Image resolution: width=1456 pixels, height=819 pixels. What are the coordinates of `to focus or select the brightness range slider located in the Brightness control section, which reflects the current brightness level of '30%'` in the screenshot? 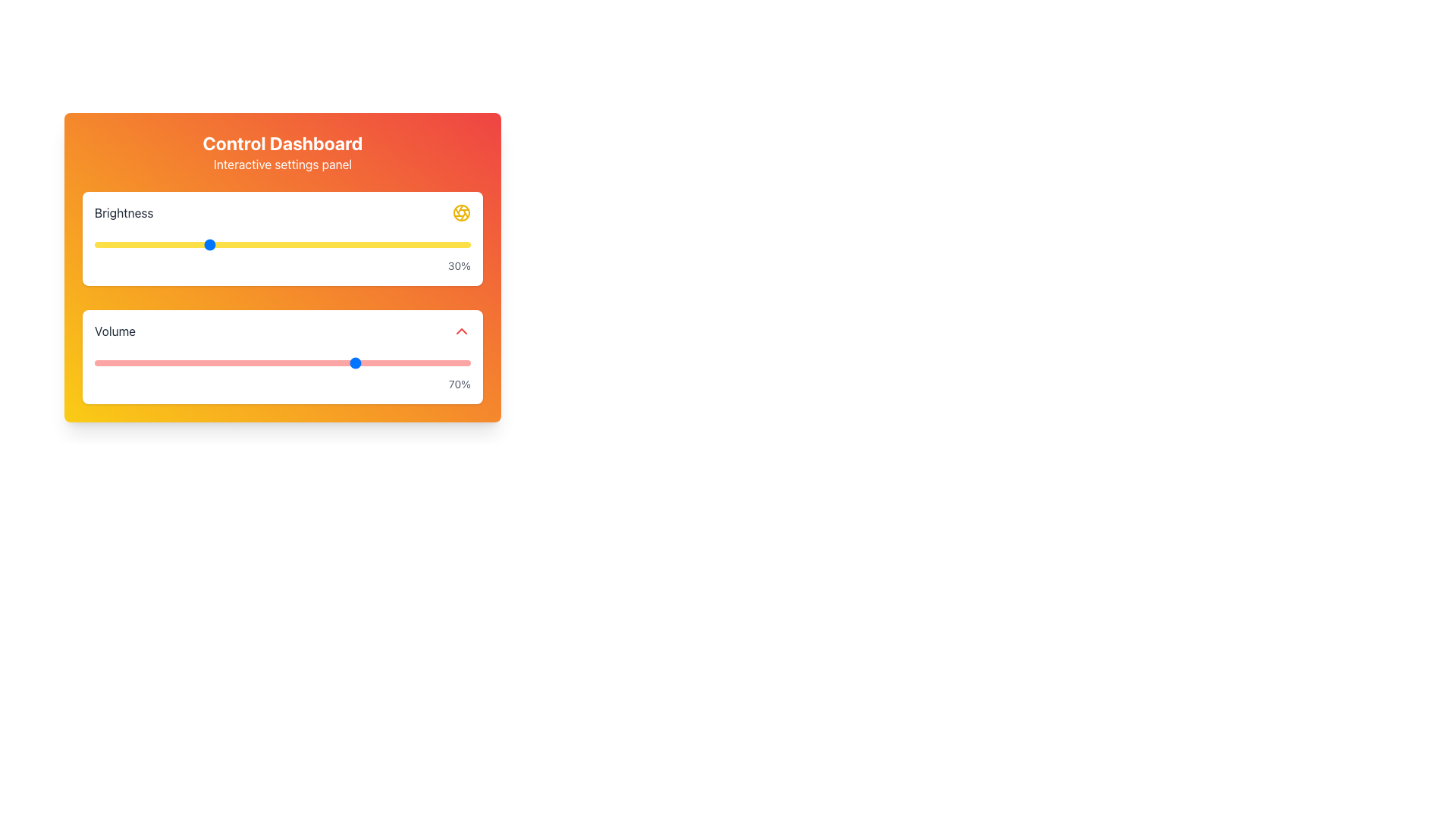 It's located at (283, 244).